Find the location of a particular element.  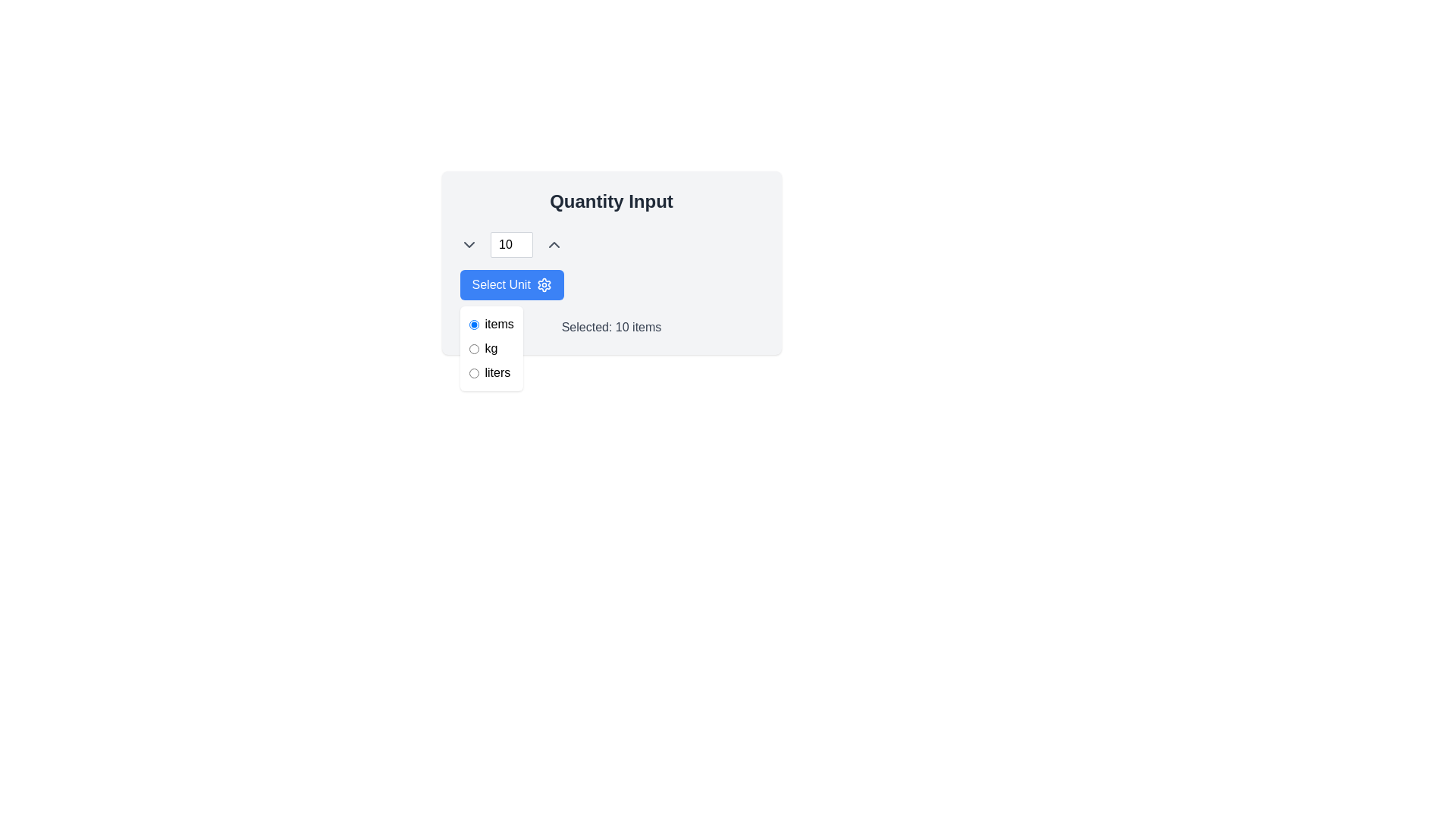

the blue button located below the numeric input field for quantity adjustment and above the dropdown menu is located at coordinates (512, 284).